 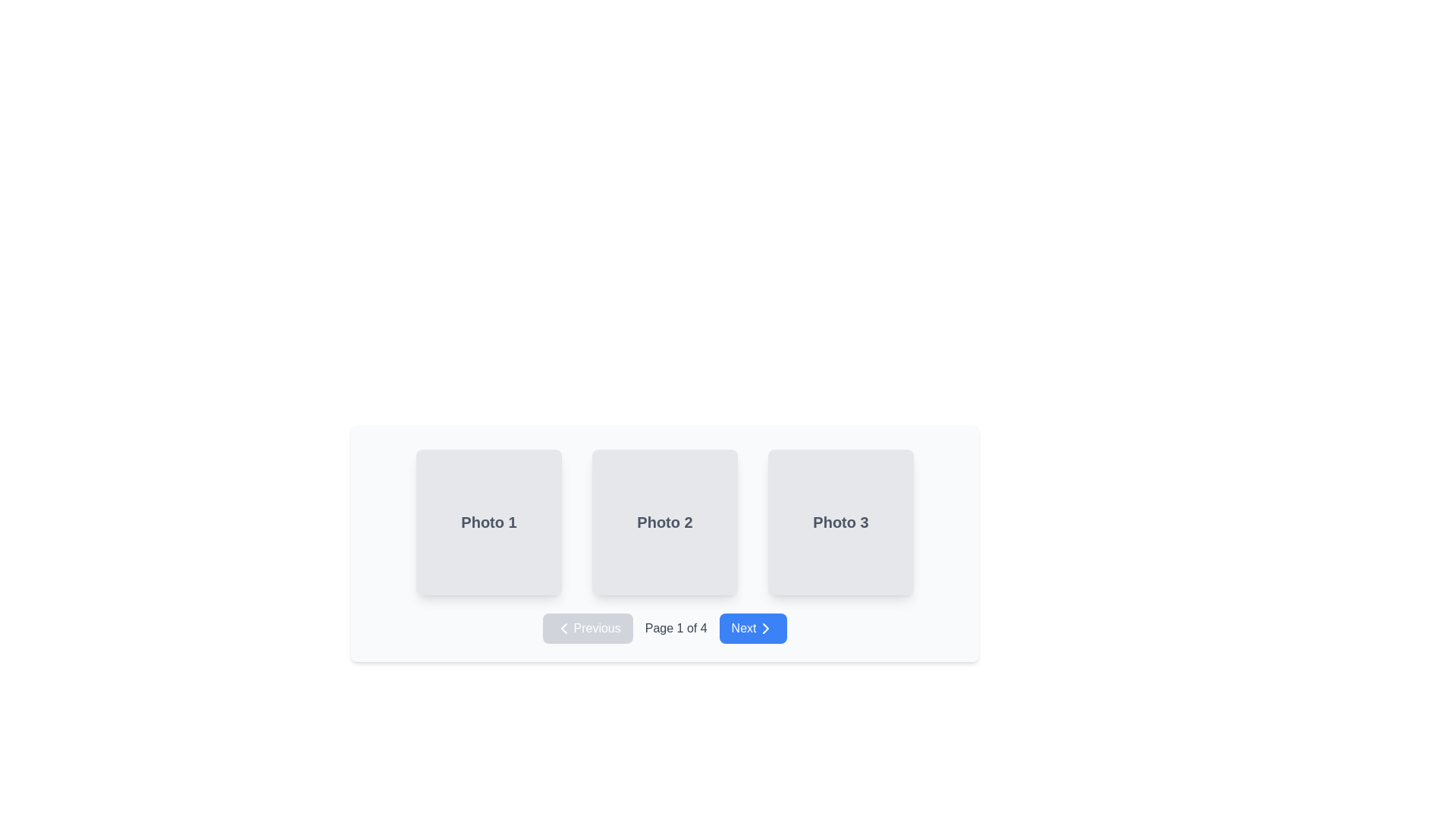 What do you see at coordinates (665, 522) in the screenshot?
I see `text displayed in the bold, large font label that reads 'Photo 2', which is centrally aligned within the second card of a horizontal row of three cards` at bounding box center [665, 522].